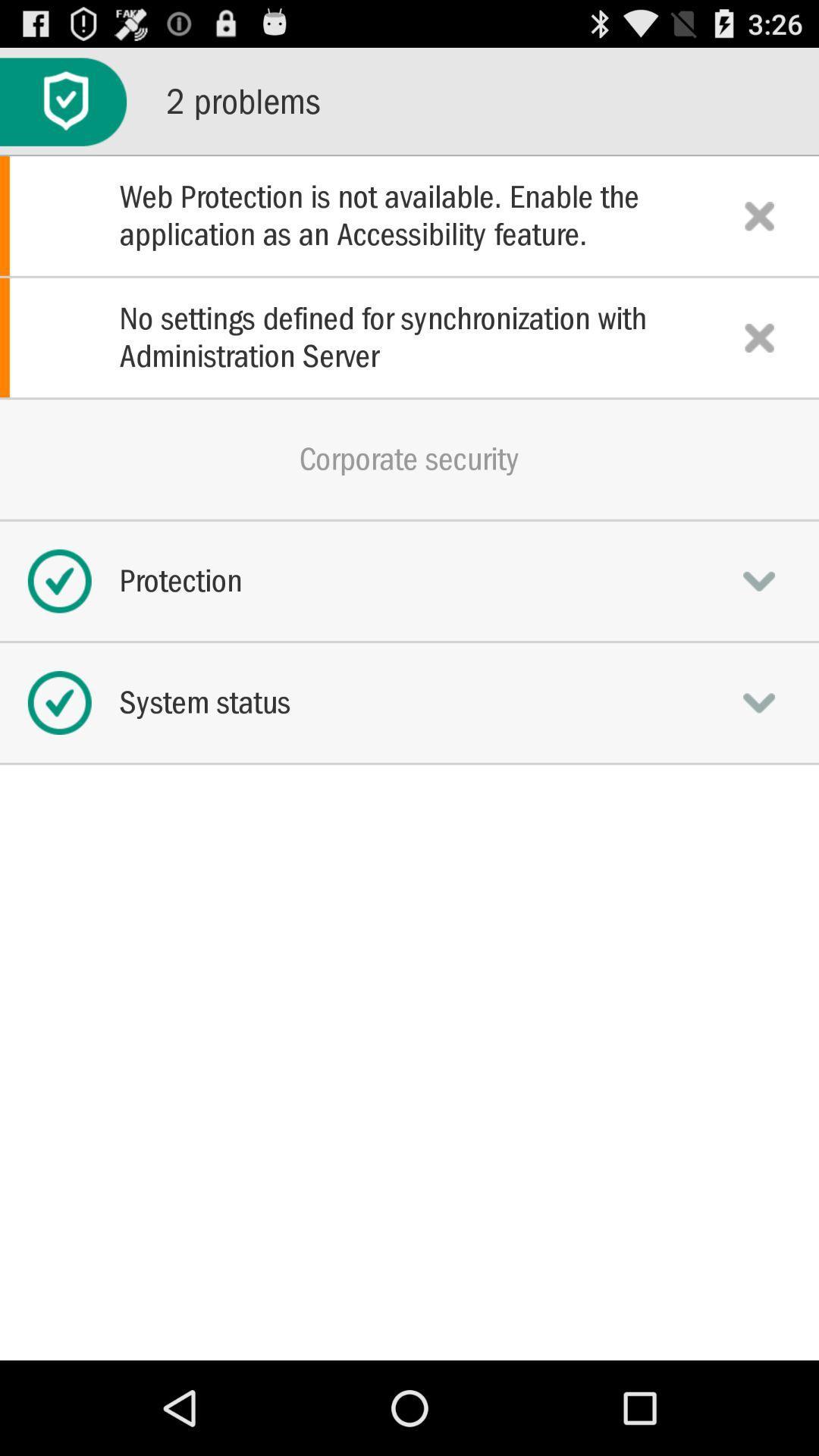 The image size is (819, 1456). What do you see at coordinates (759, 701) in the screenshot?
I see `system status` at bounding box center [759, 701].